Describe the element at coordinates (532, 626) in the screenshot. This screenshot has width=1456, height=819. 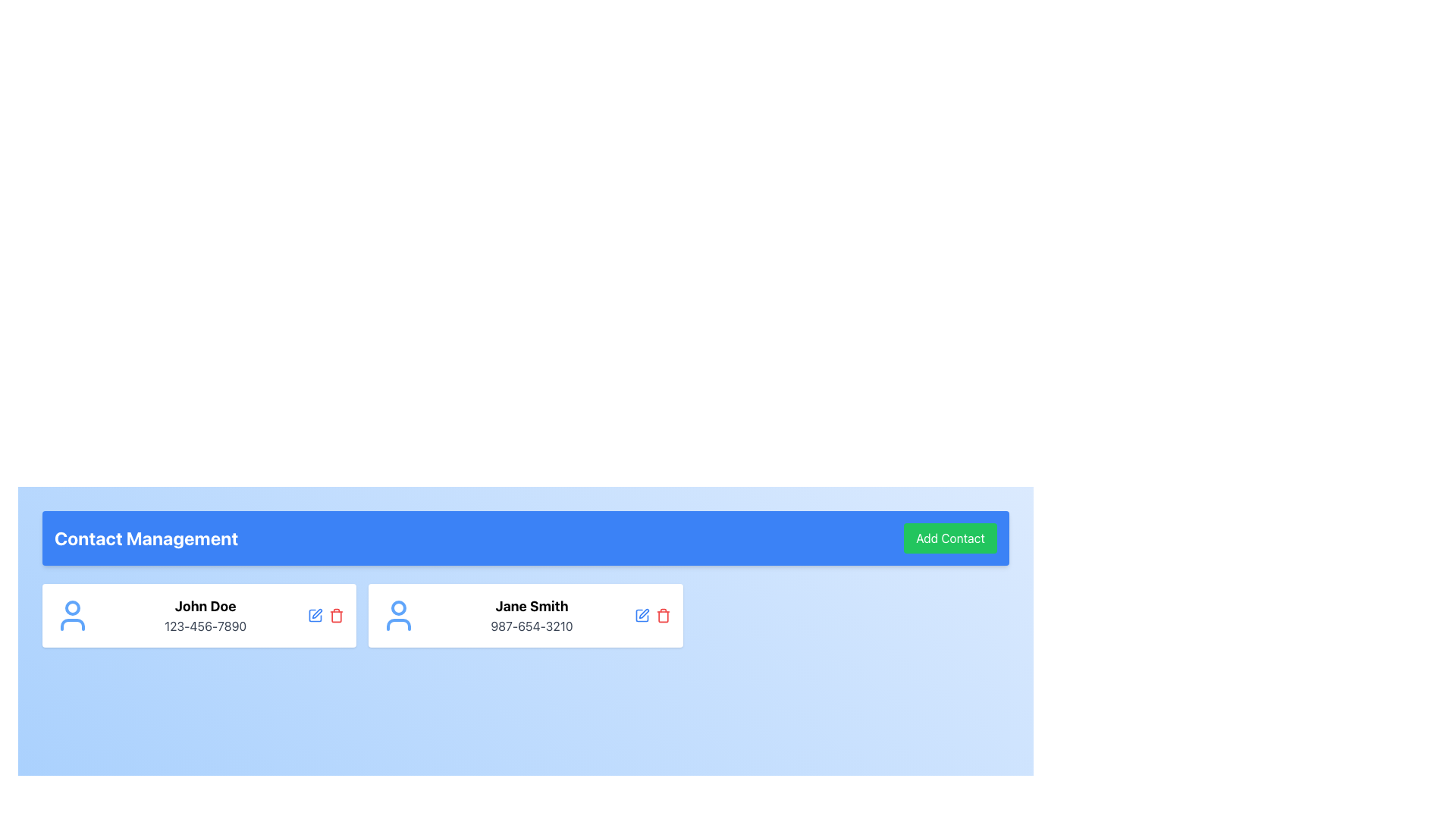
I see `phone number displayed in the Text Display element located beneath 'Jane Smith' in the second contact card` at that location.